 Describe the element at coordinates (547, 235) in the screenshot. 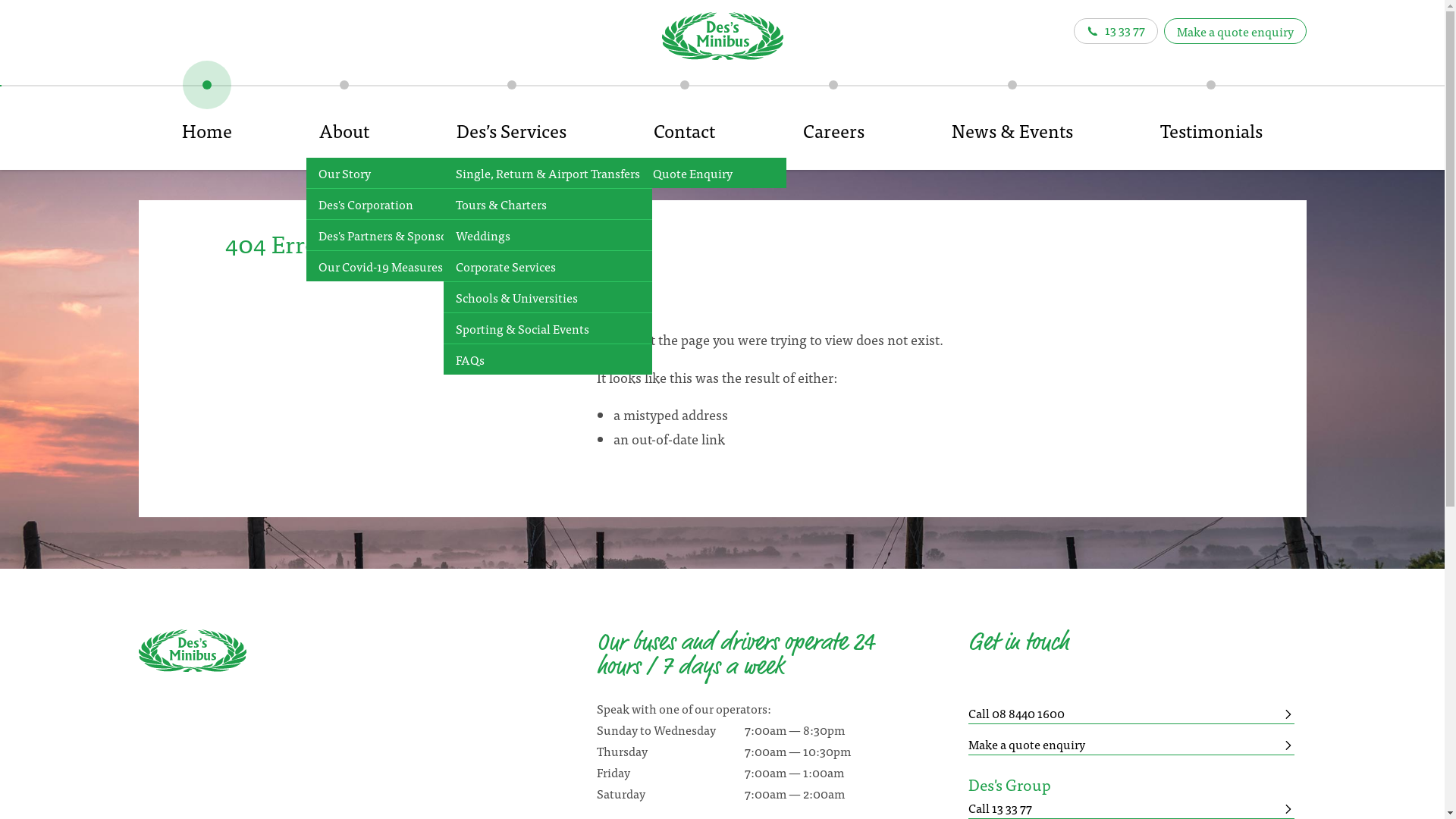

I see `'Weddings'` at that location.